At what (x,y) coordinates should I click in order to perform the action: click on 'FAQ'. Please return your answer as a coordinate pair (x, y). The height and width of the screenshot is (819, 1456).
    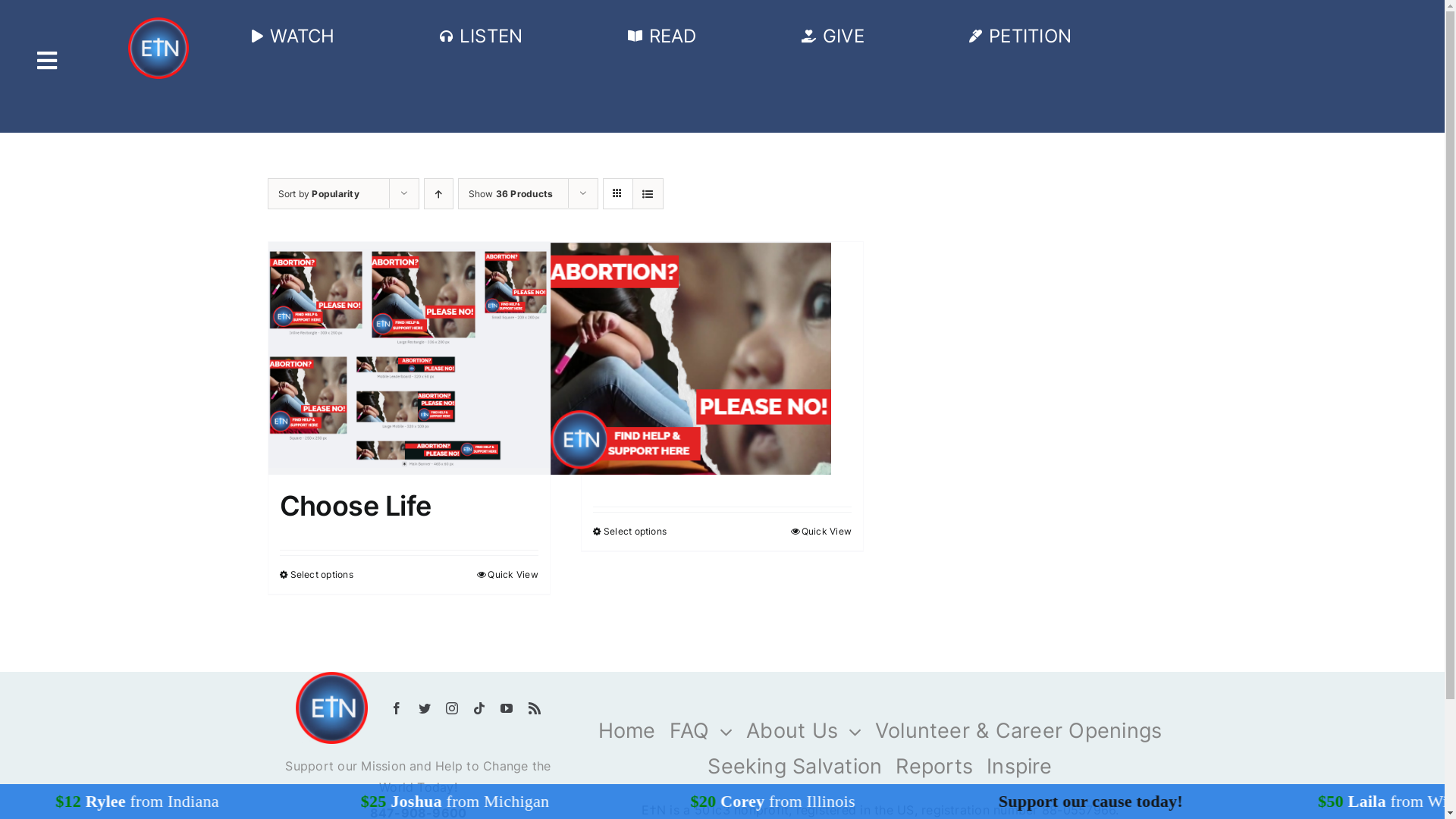
    Looking at the image, I should click on (700, 730).